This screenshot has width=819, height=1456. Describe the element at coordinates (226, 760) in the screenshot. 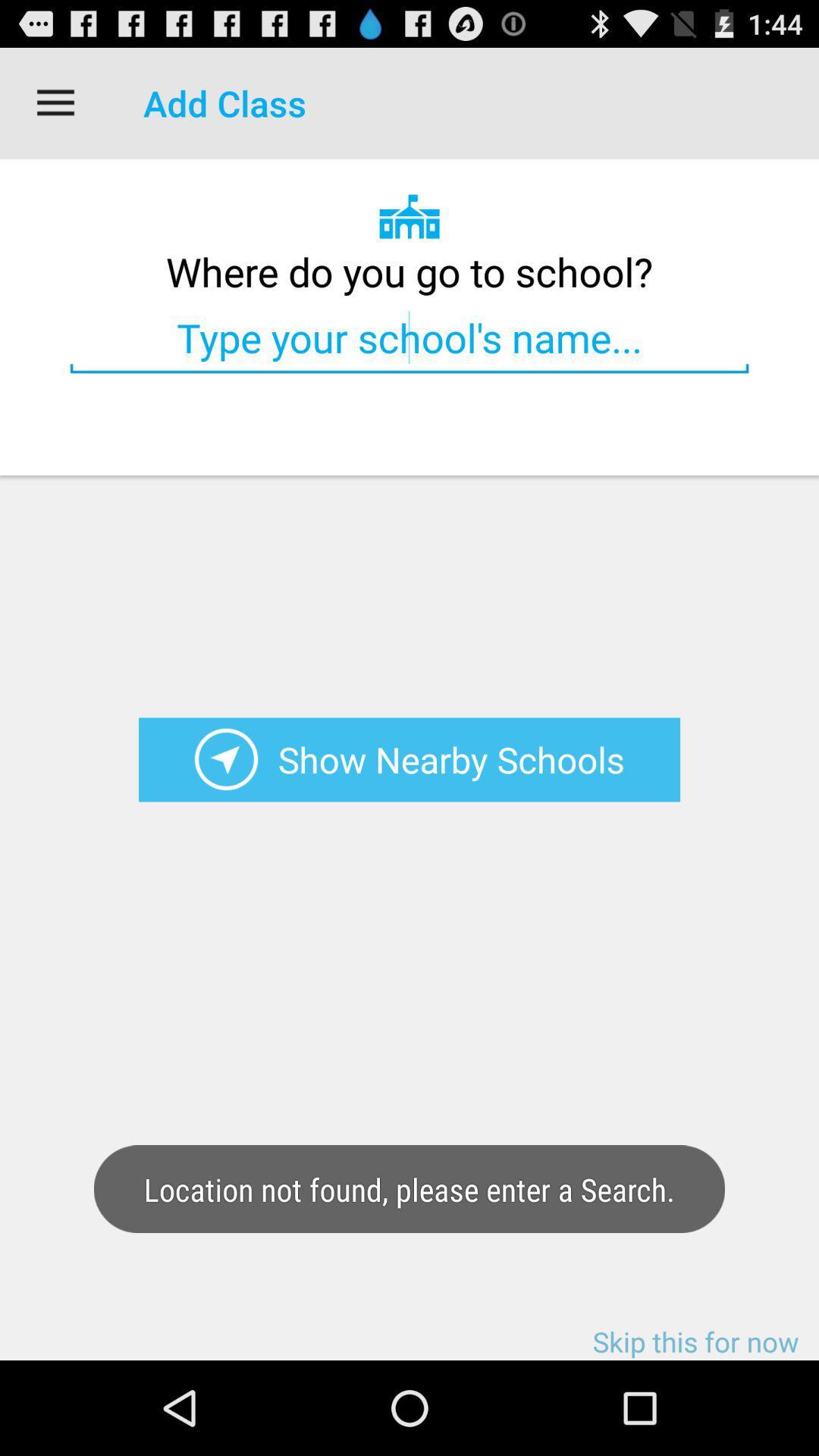

I see `show nearby schools` at that location.